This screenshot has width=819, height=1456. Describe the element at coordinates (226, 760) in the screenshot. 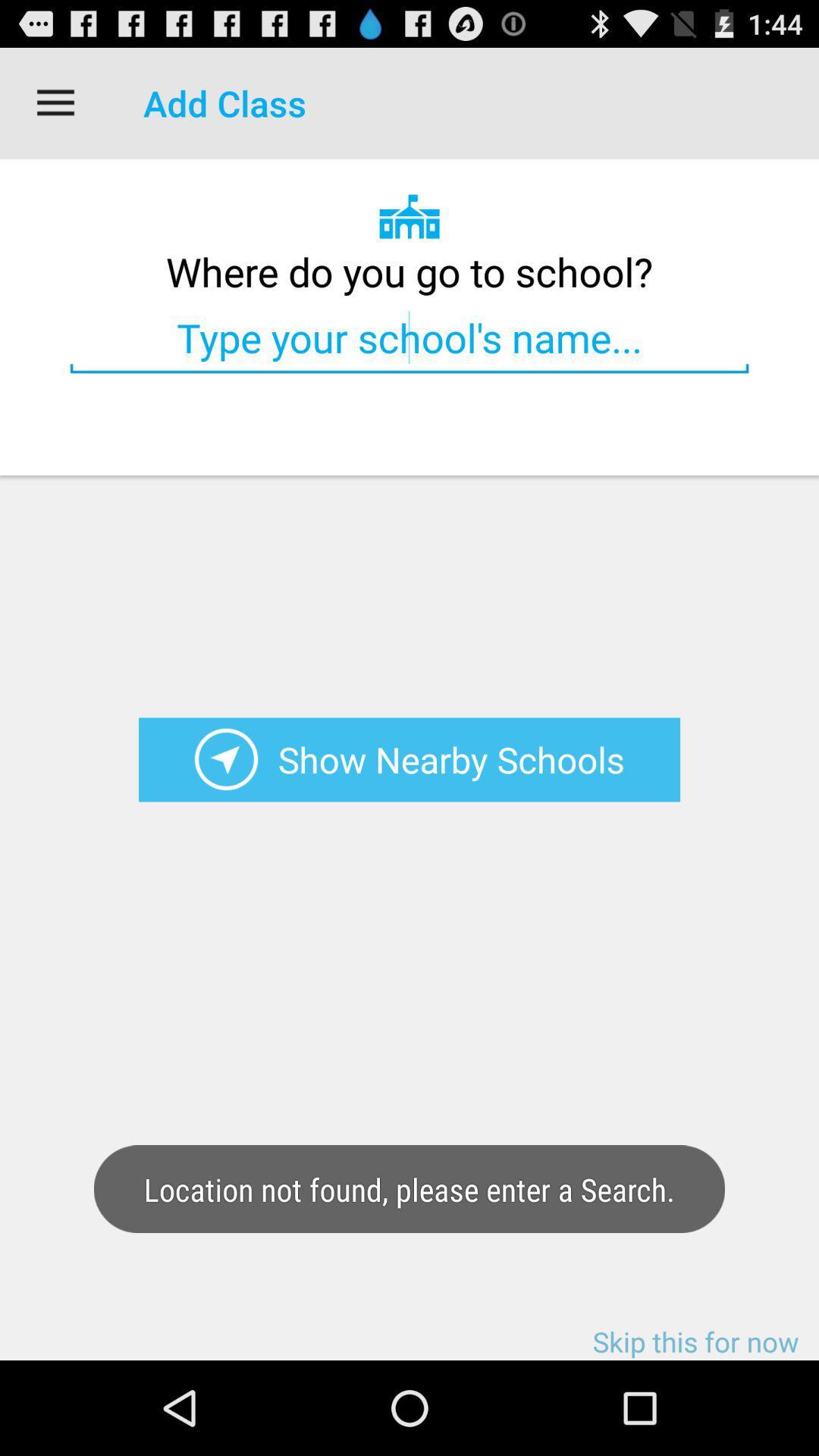

I see `show nearby schools` at that location.